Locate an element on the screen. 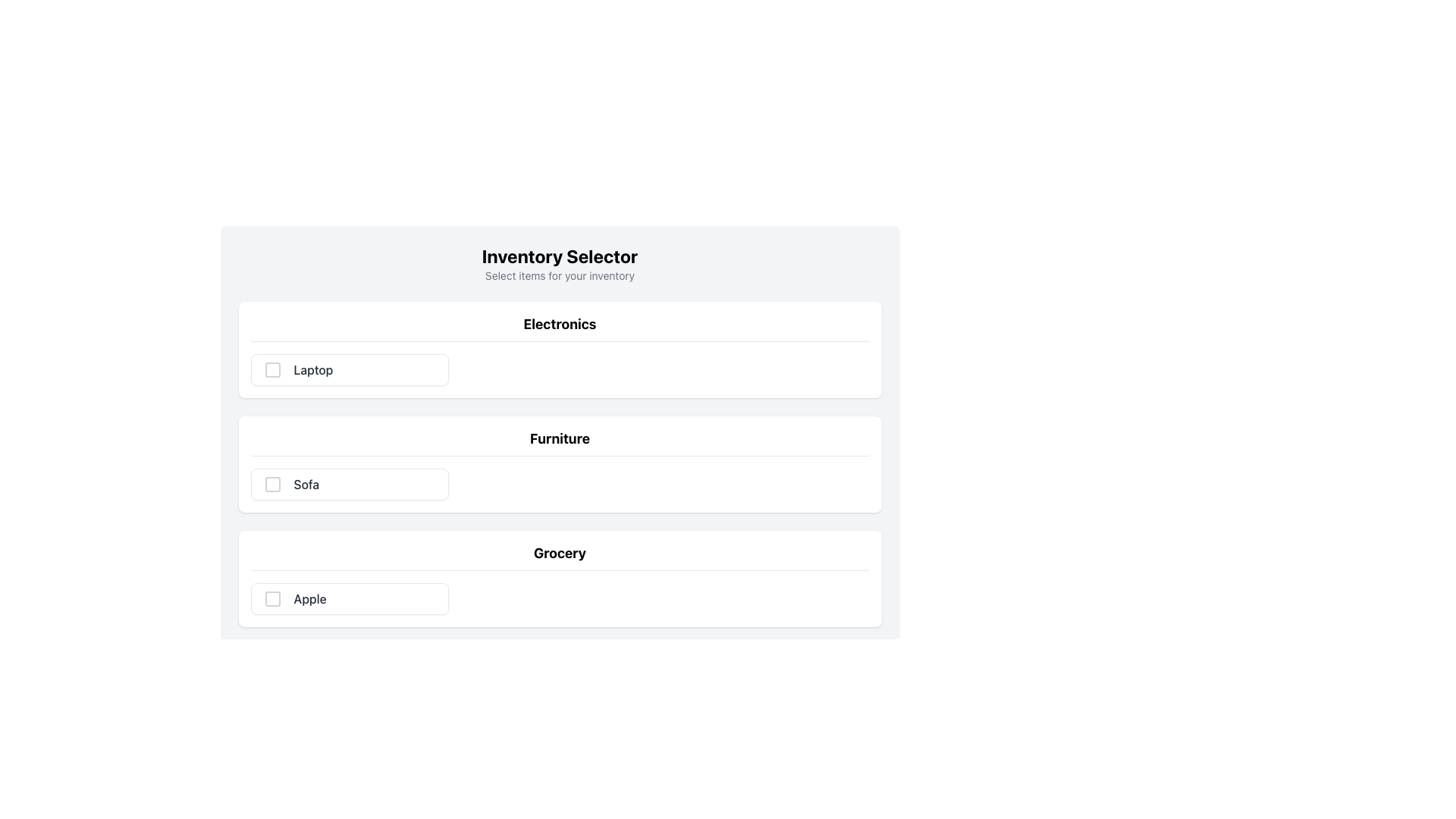 The height and width of the screenshot is (819, 1456). the bold text label displaying the word 'Sofa' within the interactive box, which is part of the 'Furniture' category group is located at coordinates (306, 485).